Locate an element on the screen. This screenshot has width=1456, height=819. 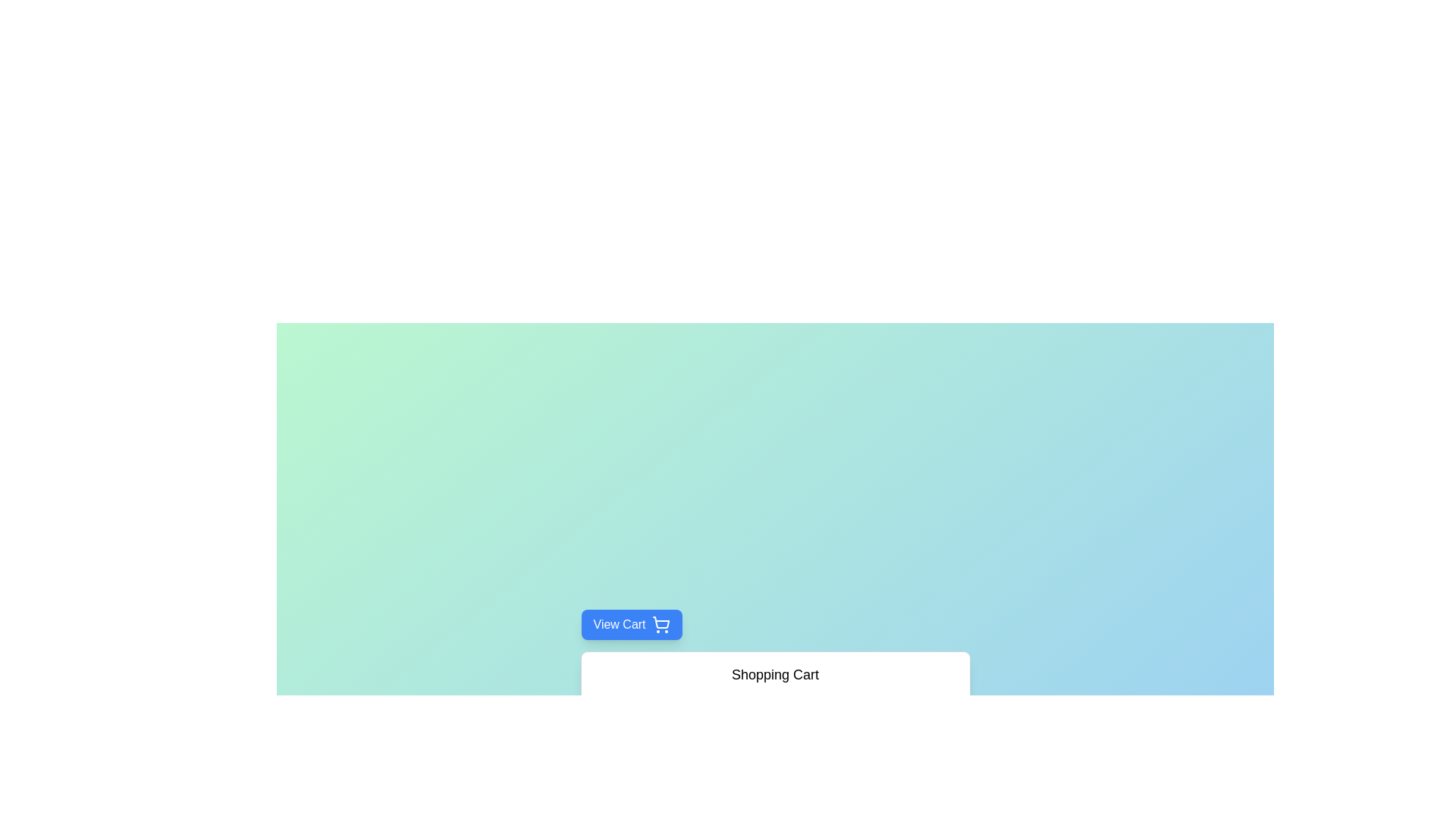
the shopping cart icon, which is styled in white on a blue button background, to interact with the 'View Cart' functionality is located at coordinates (661, 624).